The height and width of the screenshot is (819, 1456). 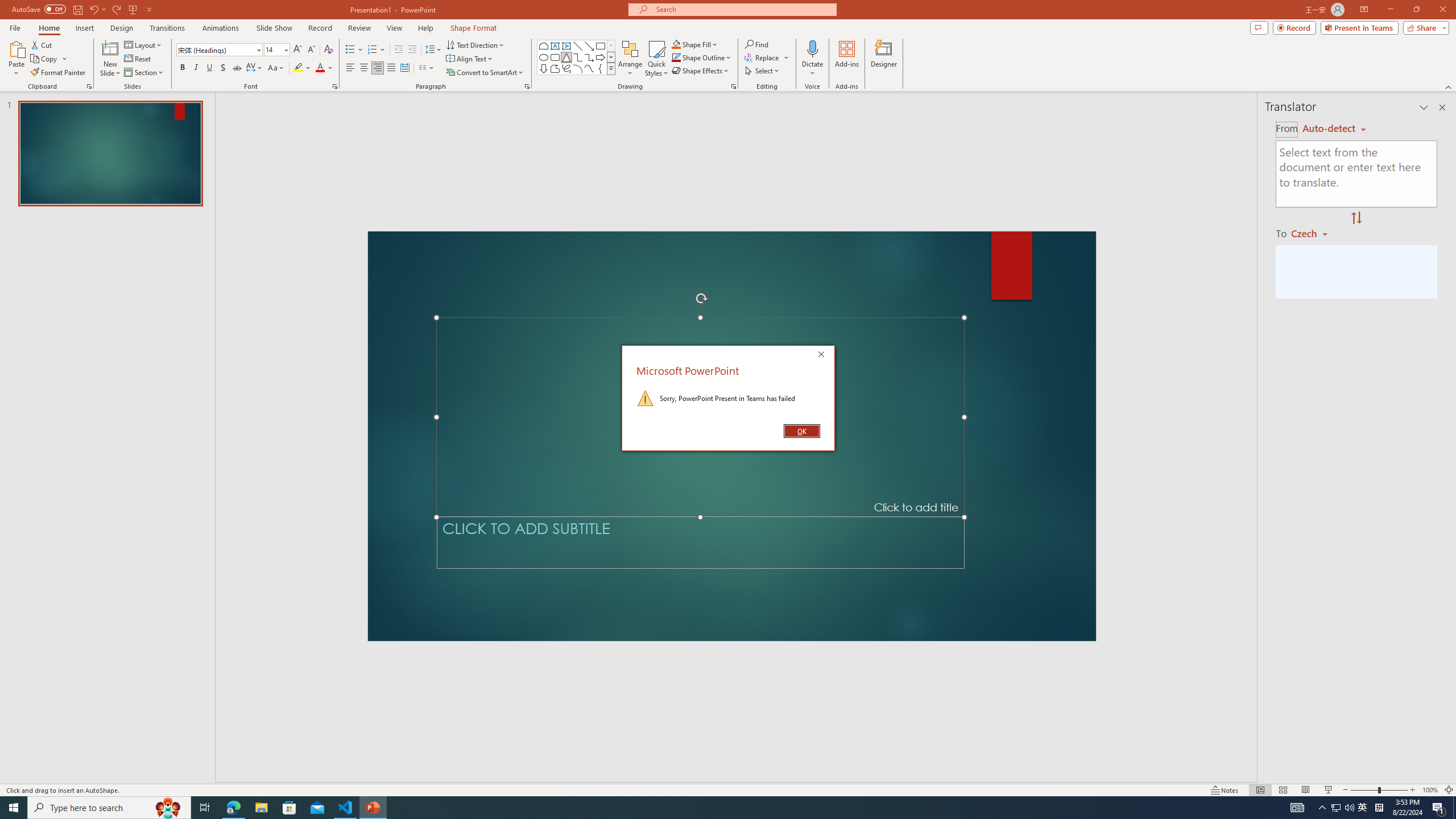 I want to click on 'Warning Icon', so click(x=645, y=397).